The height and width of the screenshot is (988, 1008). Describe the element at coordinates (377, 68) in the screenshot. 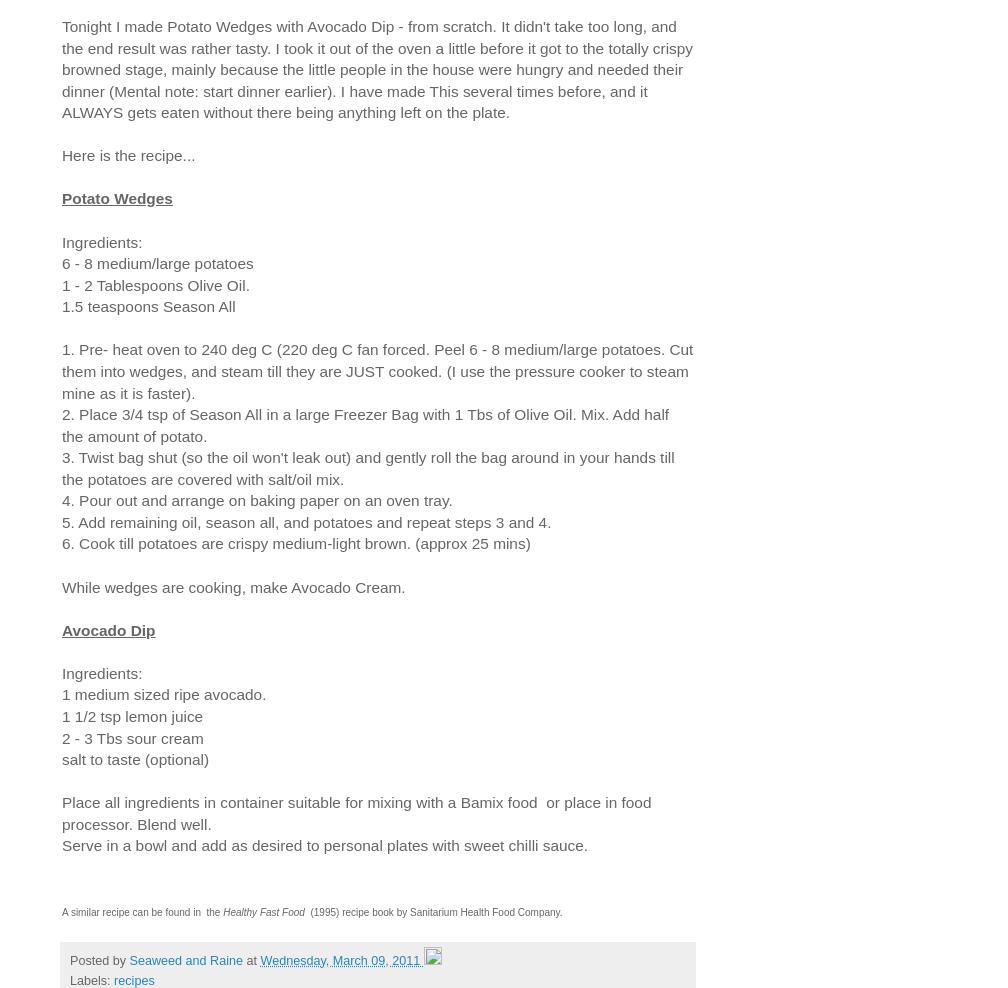

I see `'Tonight I made Potato Wedges with Avocado Dip - from scratch. It didn't take too long, and the end result was rather tasty. I took it out of the oven a little before it got to the totally crispy browned stage, mainly because the little people in the house were hungry and needed their dinner (Mental note: start dinner earlier). I have made This several times before, and it ALWAYS gets eaten without there being anything left on the plate.'` at that location.